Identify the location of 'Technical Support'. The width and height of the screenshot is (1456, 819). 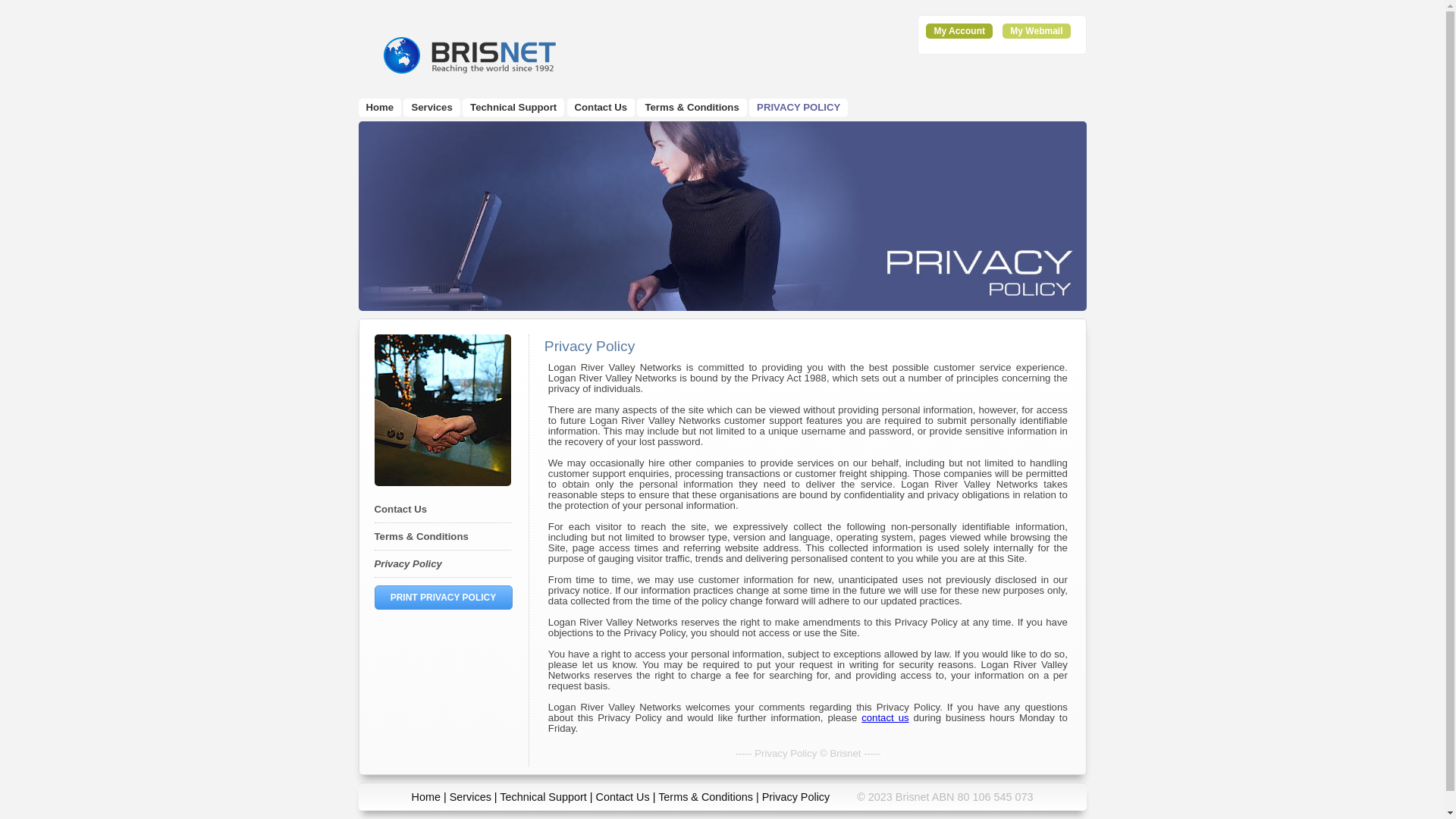
(542, 795).